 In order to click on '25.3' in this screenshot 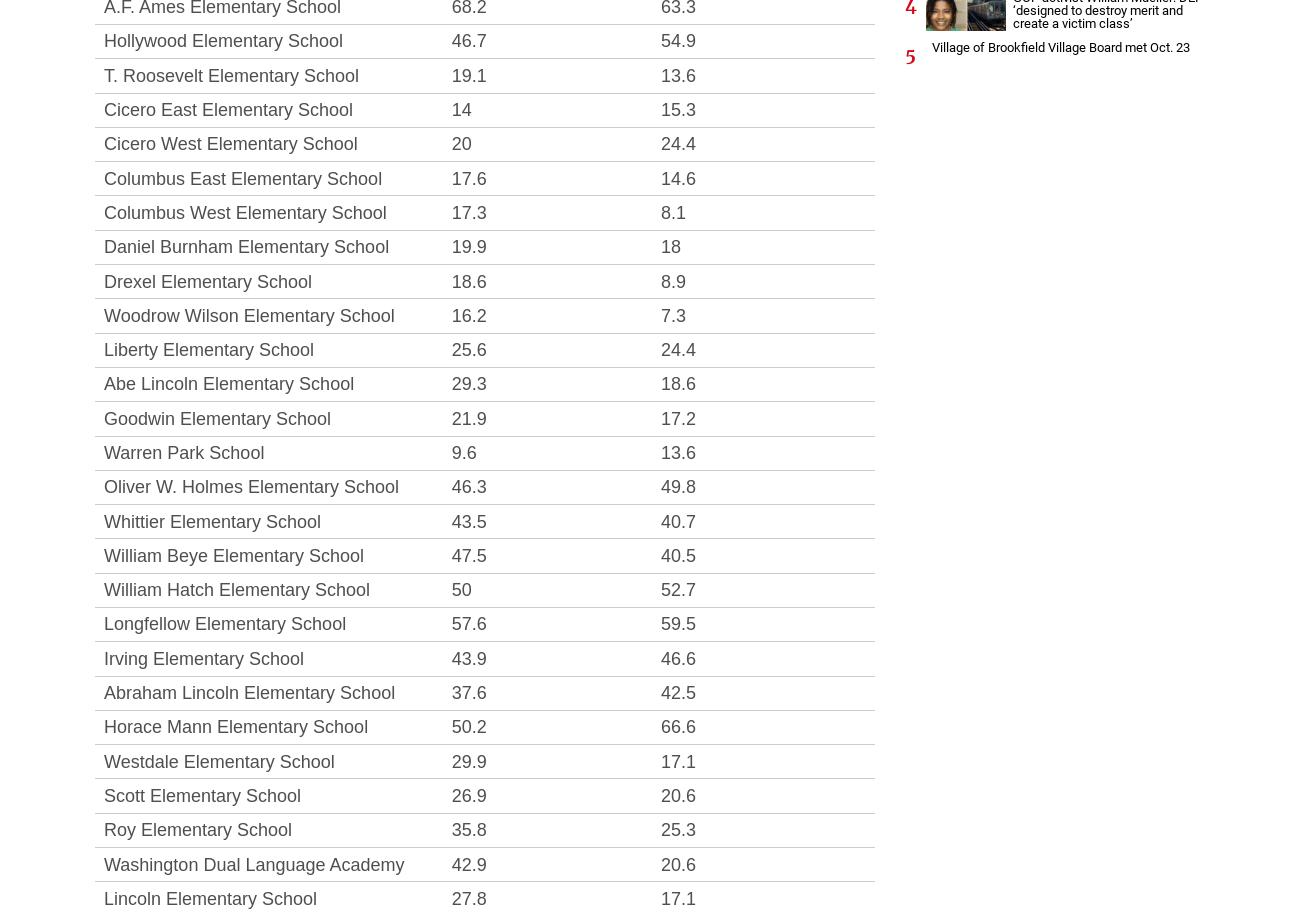, I will do `click(660, 830)`.